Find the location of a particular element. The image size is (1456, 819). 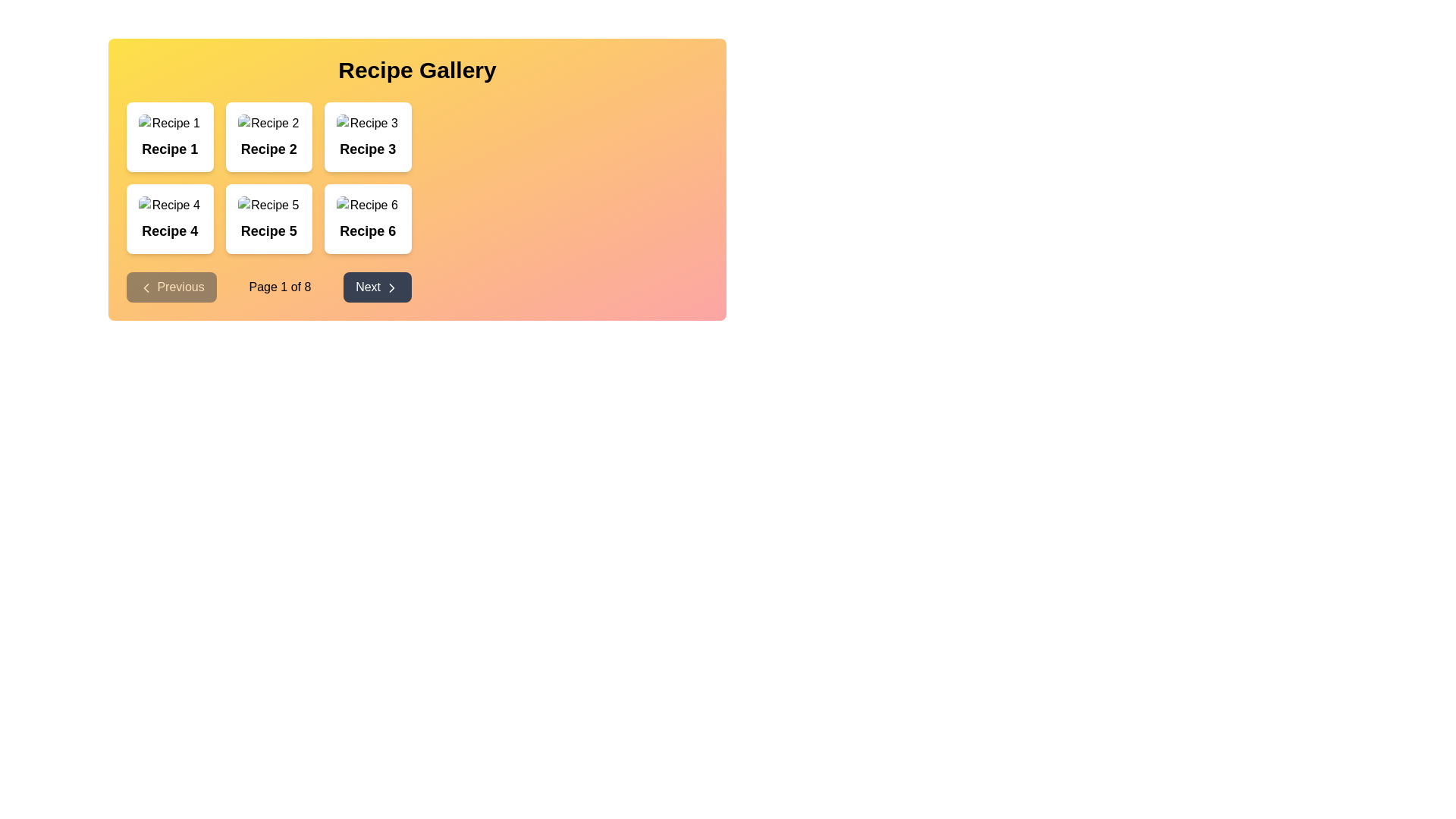

the recipe card displaying 'Recipe 5' in the grid layout is located at coordinates (268, 201).